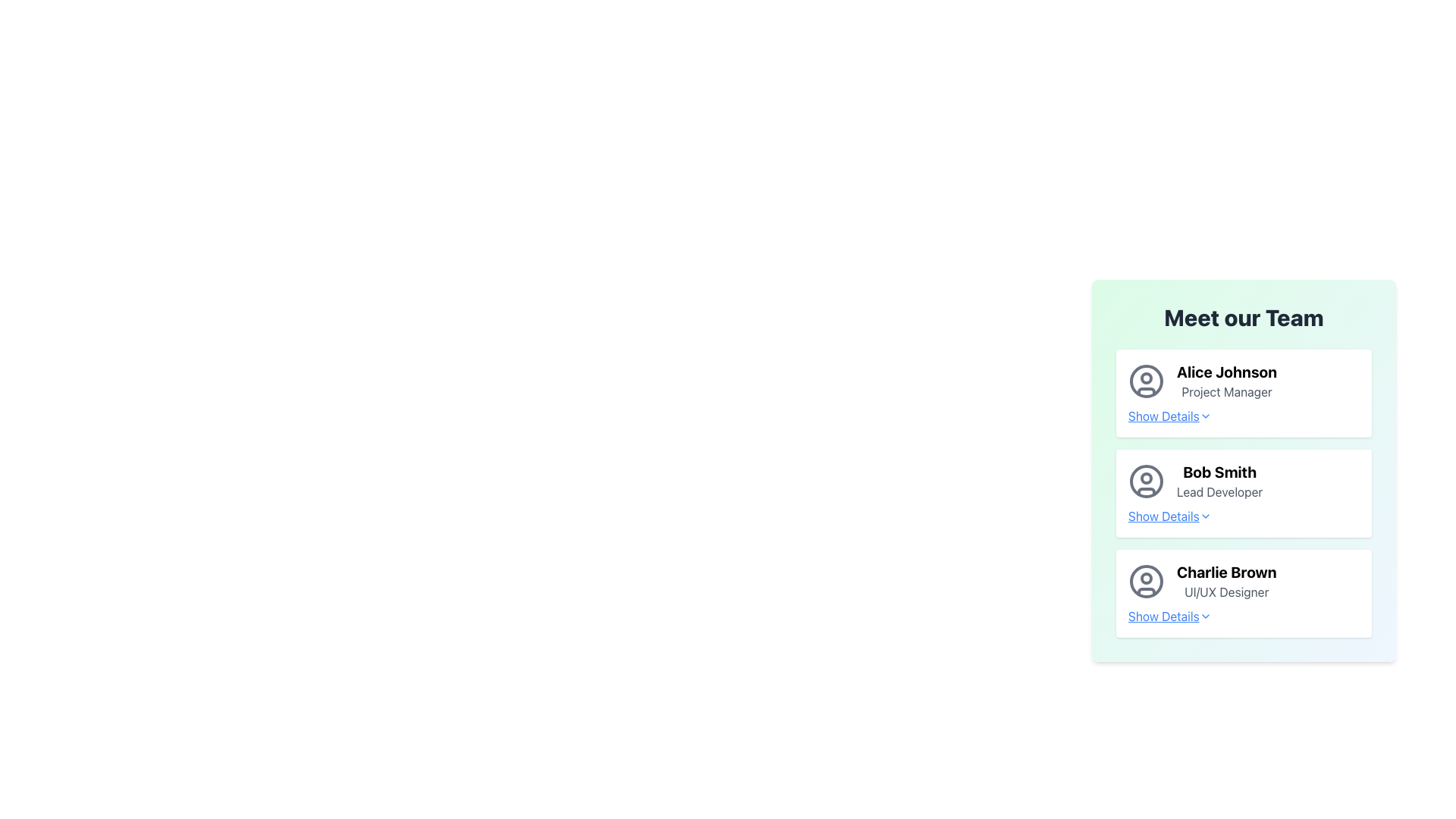 The width and height of the screenshot is (1456, 819). What do you see at coordinates (1147, 380) in the screenshot?
I see `the circular user icon located next to 'Alice Johnson' and 'Project Manager' in the first card under 'Meet our Team.'` at bounding box center [1147, 380].